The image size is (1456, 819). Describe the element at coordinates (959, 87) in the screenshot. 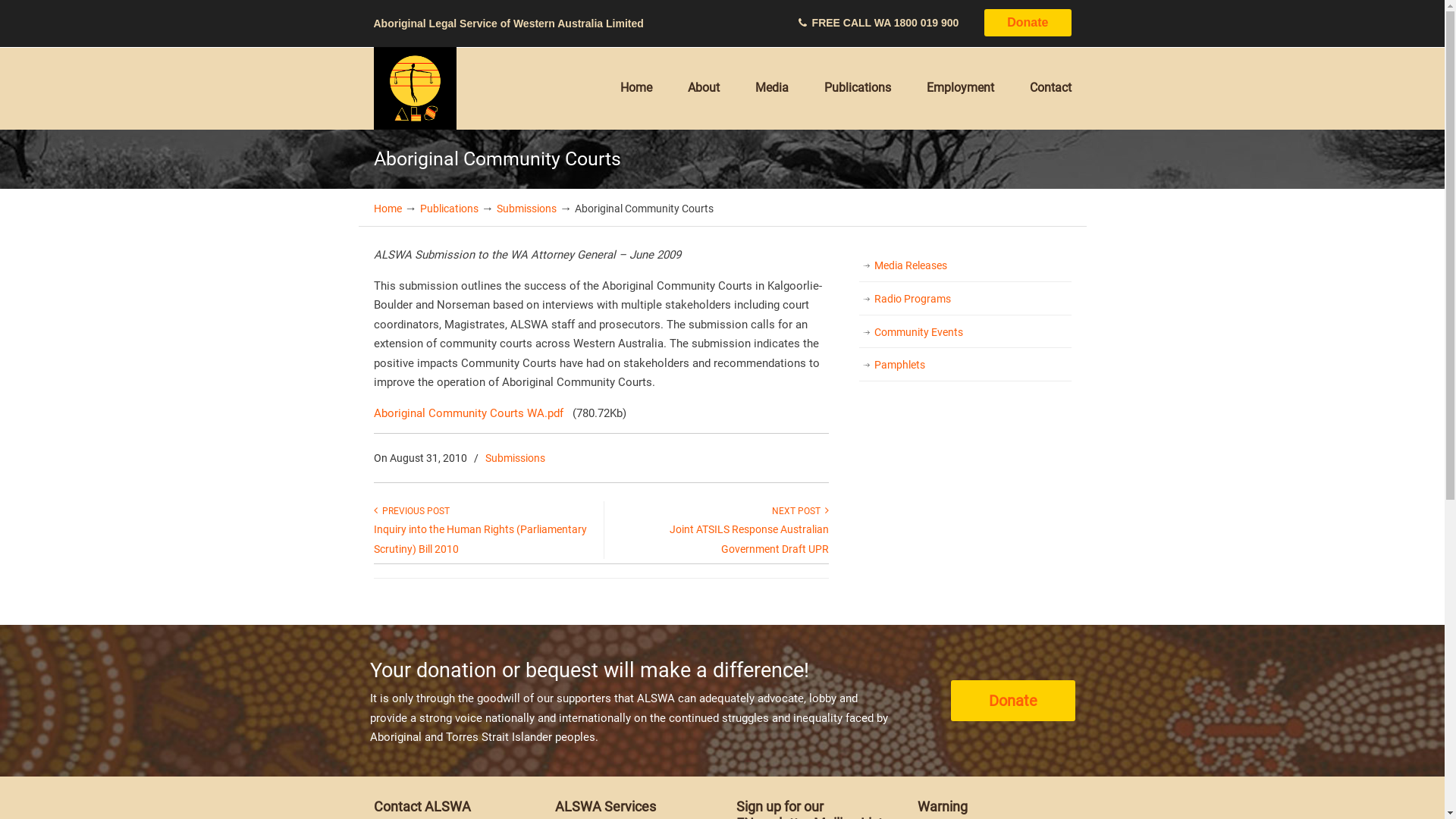

I see `'Employment'` at that location.